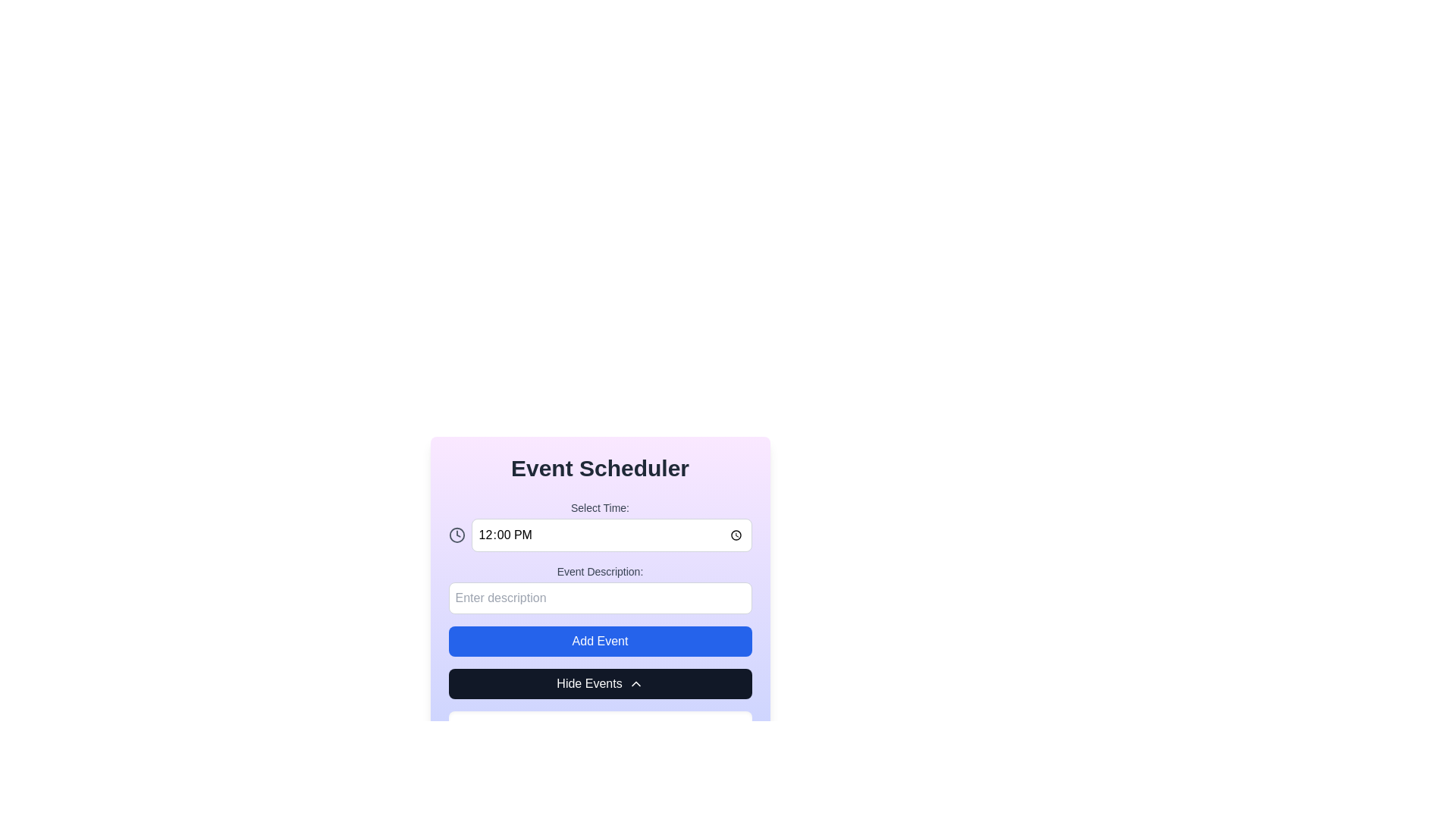 This screenshot has width=1456, height=819. Describe the element at coordinates (599, 467) in the screenshot. I see `the Header text element which serves as the title for the section, positioned at the top of the layout` at that location.